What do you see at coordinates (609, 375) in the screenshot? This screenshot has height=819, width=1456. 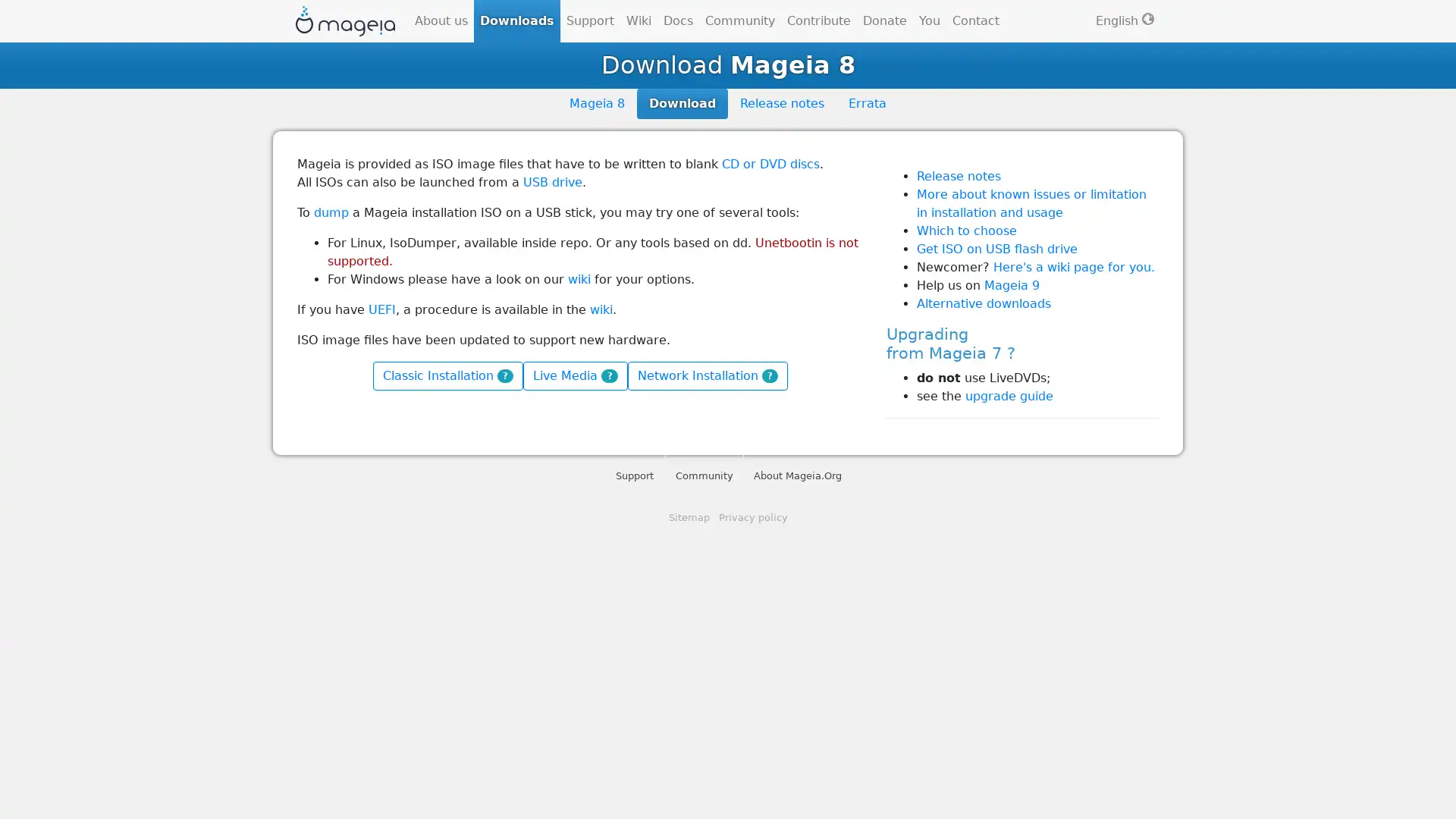 I see `?` at bounding box center [609, 375].